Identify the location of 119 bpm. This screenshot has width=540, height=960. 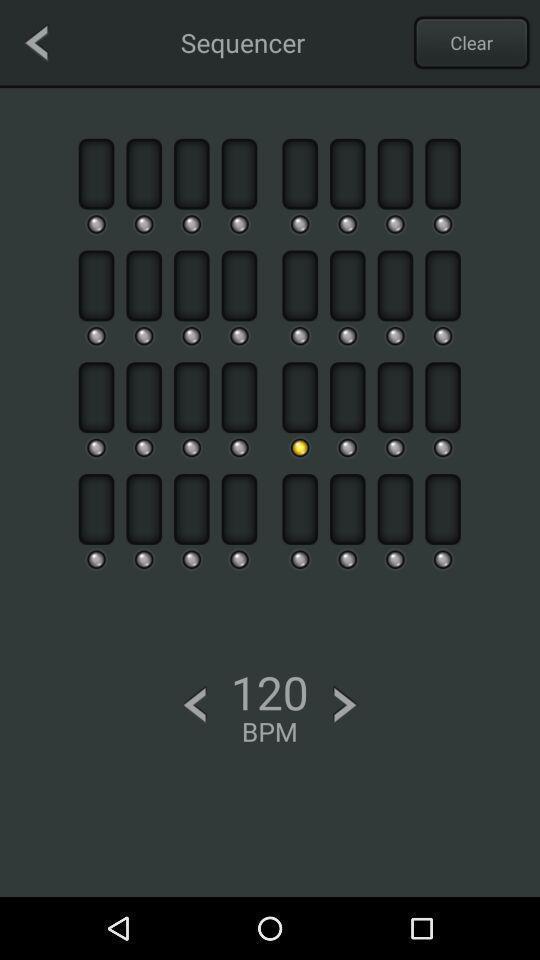
(194, 705).